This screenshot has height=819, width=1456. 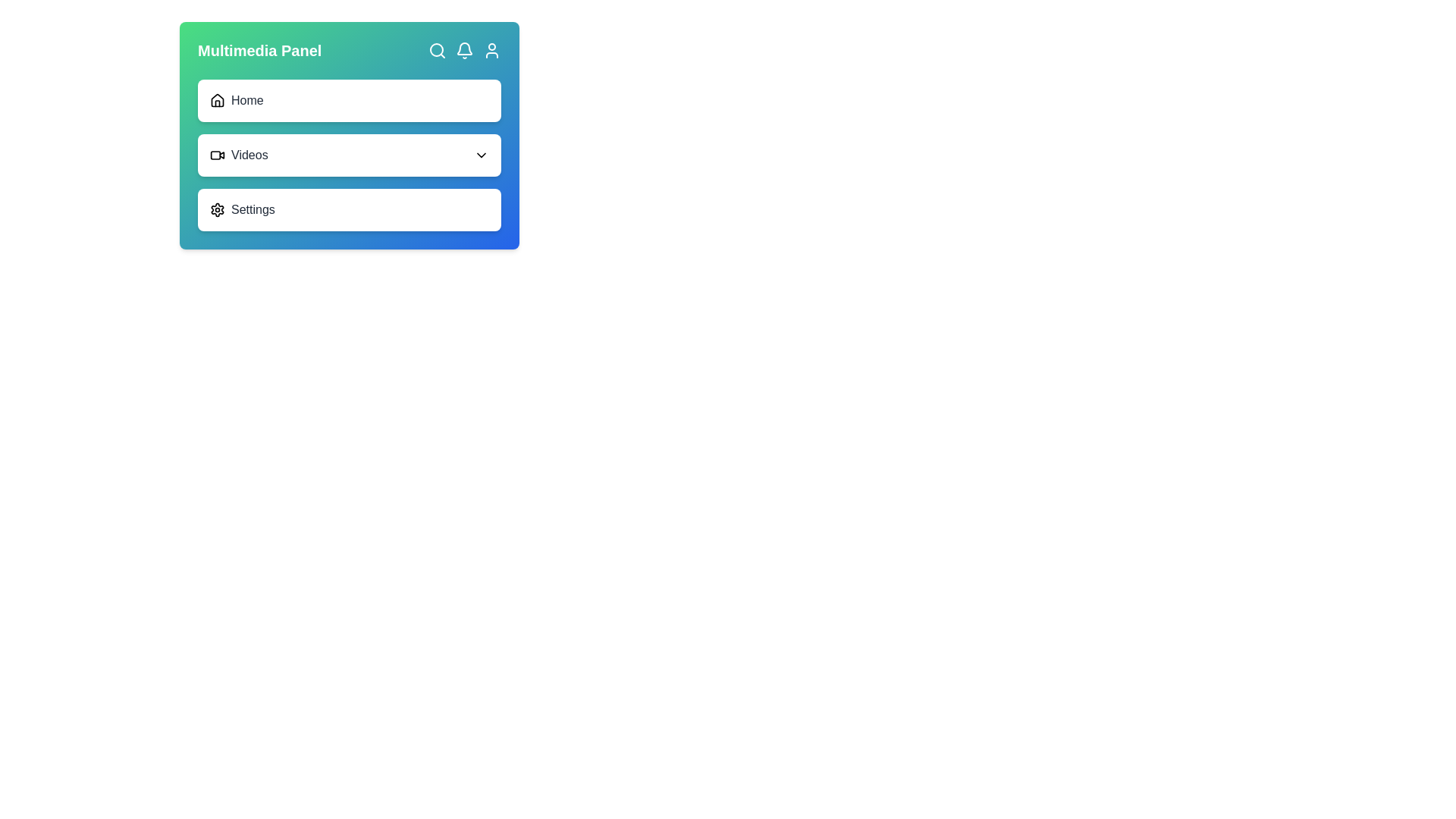 What do you see at coordinates (253, 210) in the screenshot?
I see `the Text label located at the bottom left of the Multimedia Panel to navigate to the settings or configuration page` at bounding box center [253, 210].